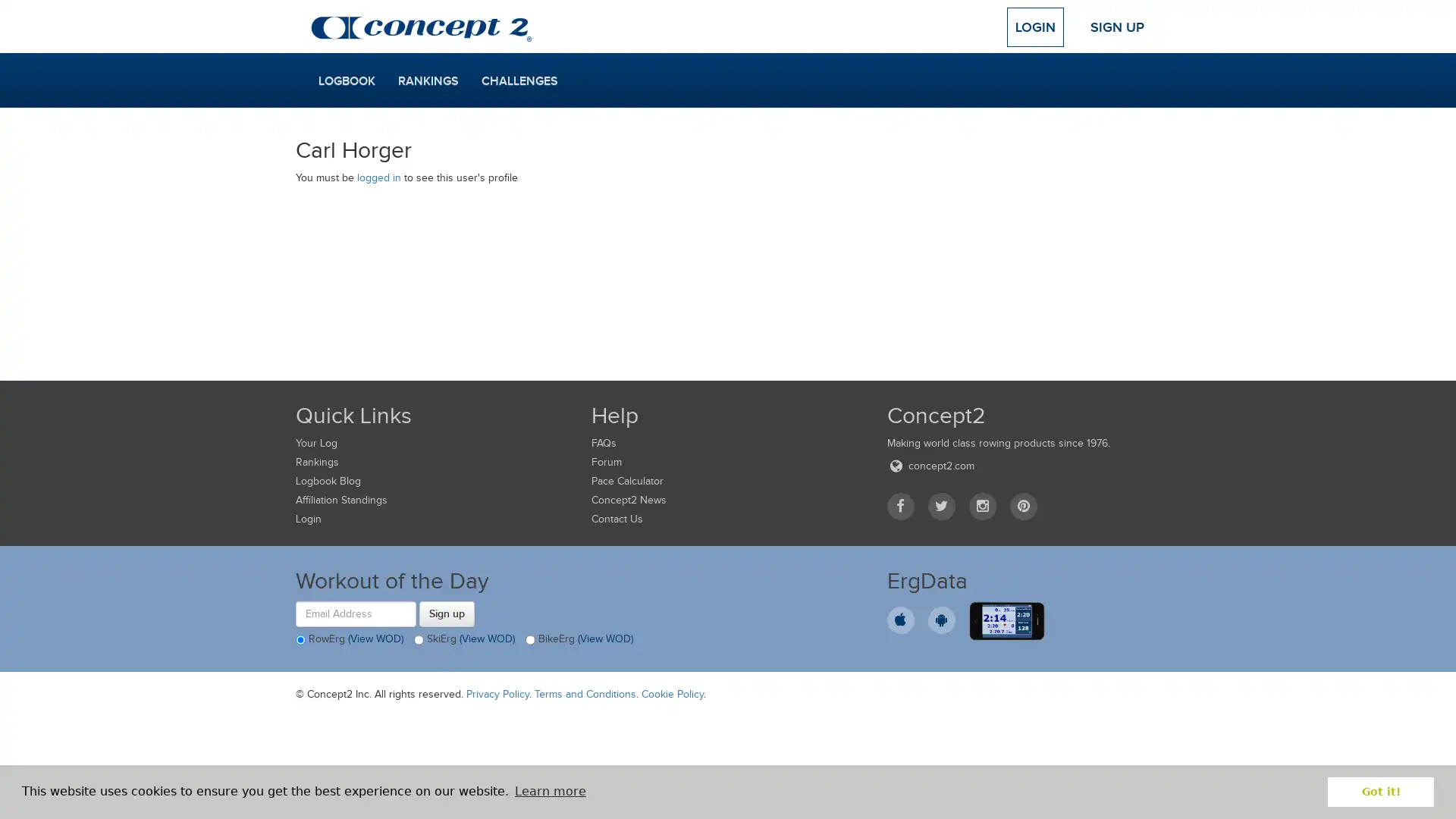 The image size is (1456, 819). What do you see at coordinates (1380, 791) in the screenshot?
I see `dismiss cookie message` at bounding box center [1380, 791].